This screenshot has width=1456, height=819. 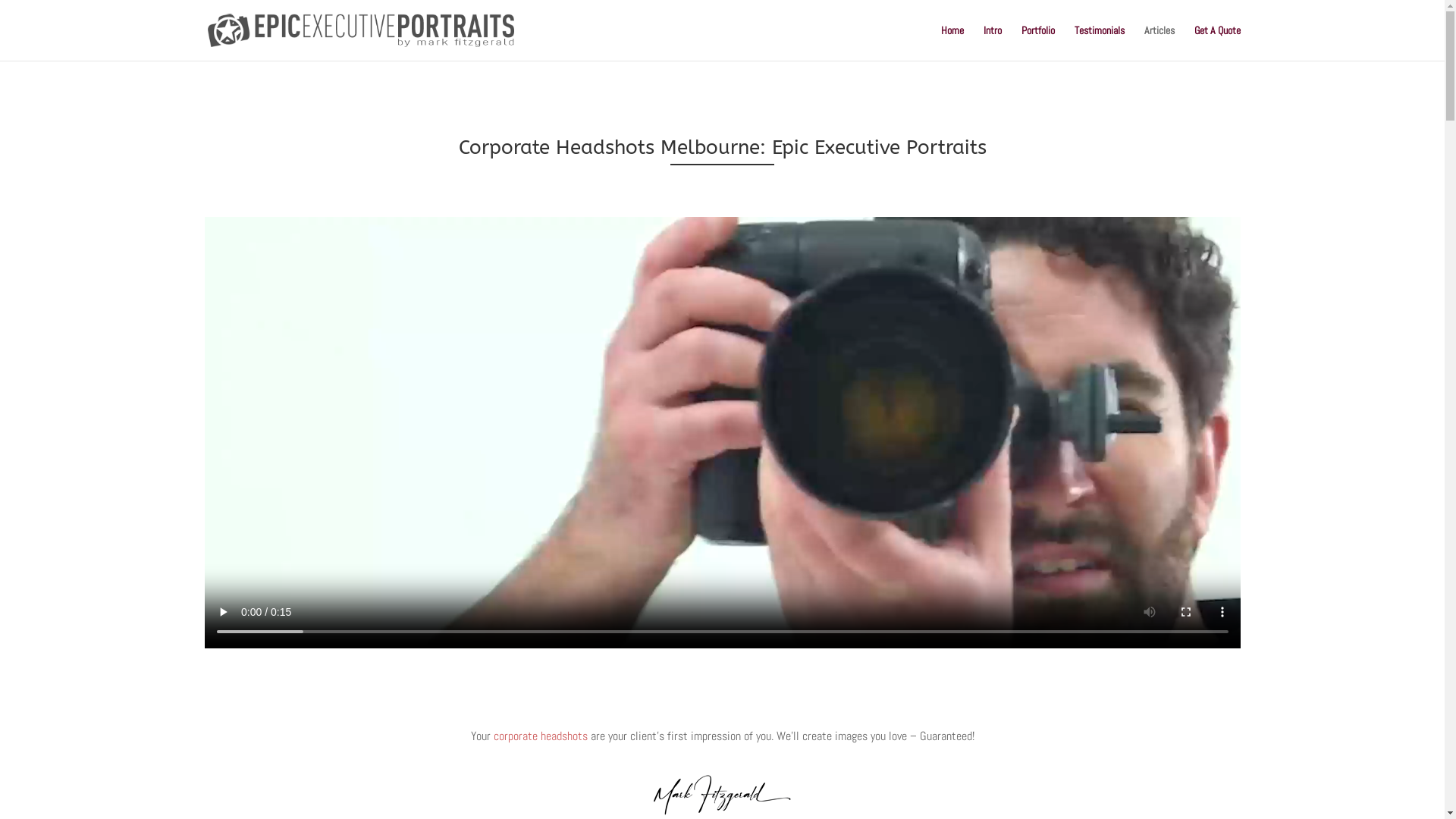 I want to click on 'Portfolio', so click(x=1037, y=42).